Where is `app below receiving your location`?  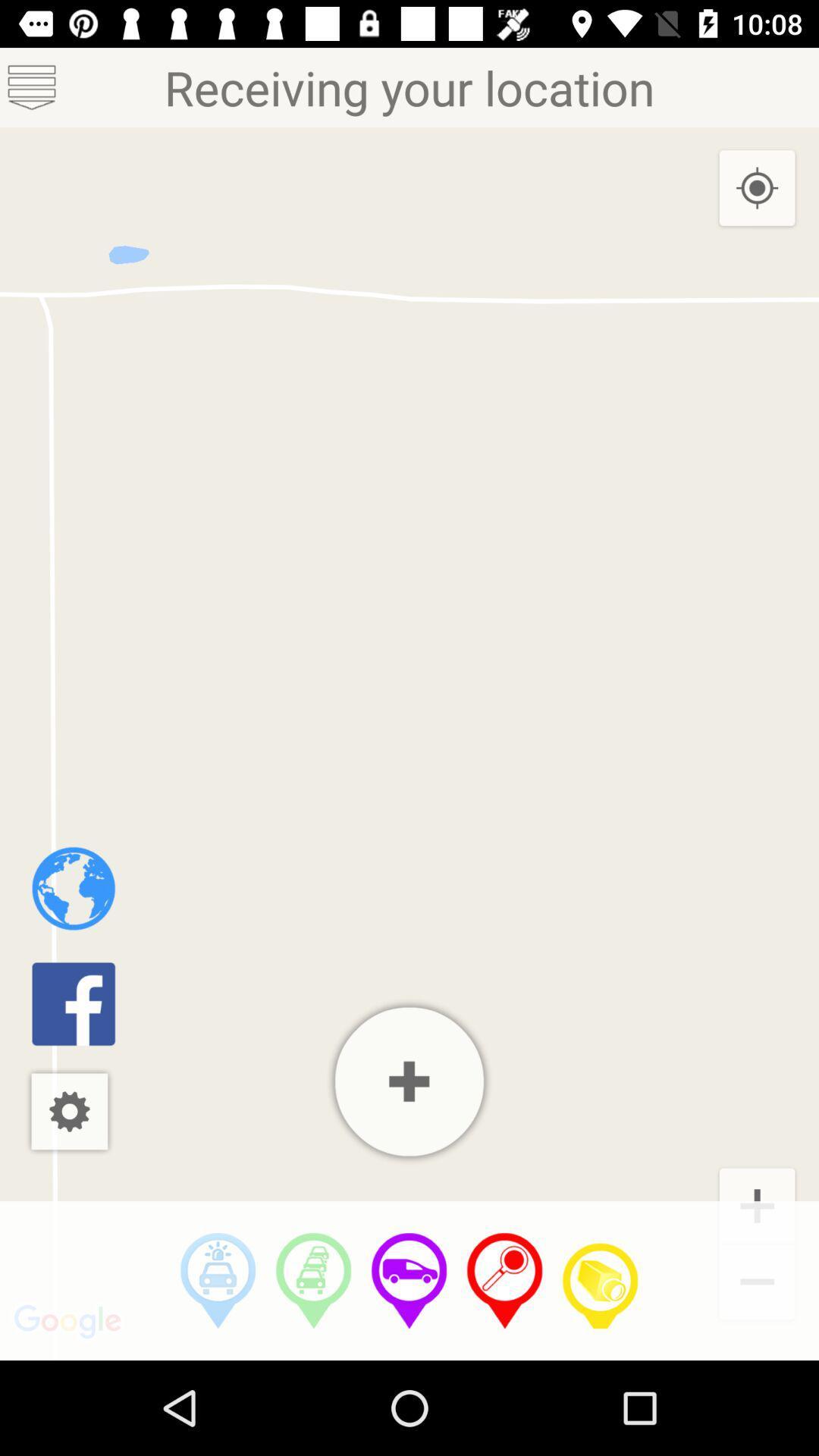 app below receiving your location is located at coordinates (409, 1081).